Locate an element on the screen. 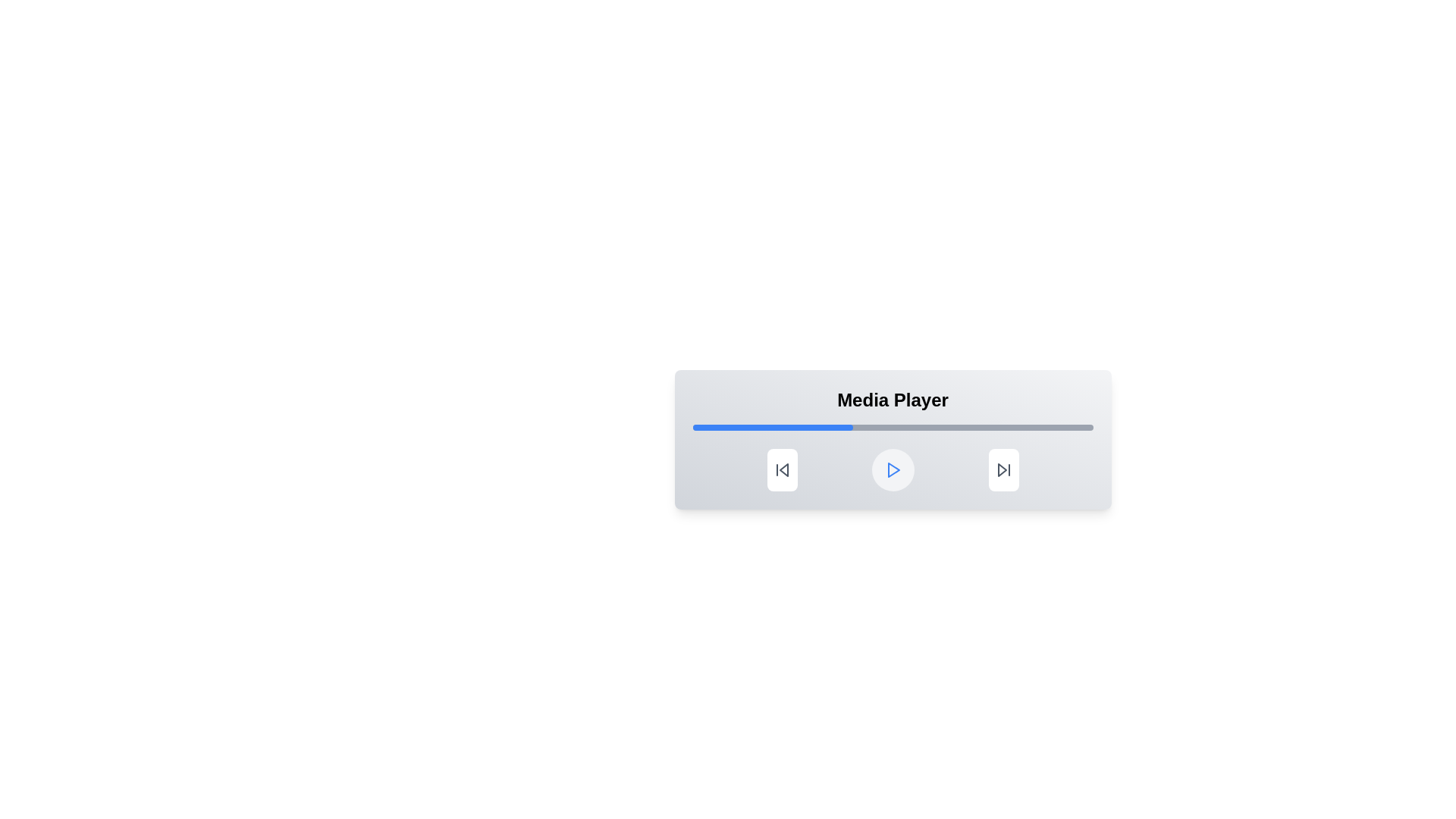 This screenshot has width=1456, height=819. the skip-backward SVG icon located in the bottom-left corner of the media player interface is located at coordinates (782, 469).